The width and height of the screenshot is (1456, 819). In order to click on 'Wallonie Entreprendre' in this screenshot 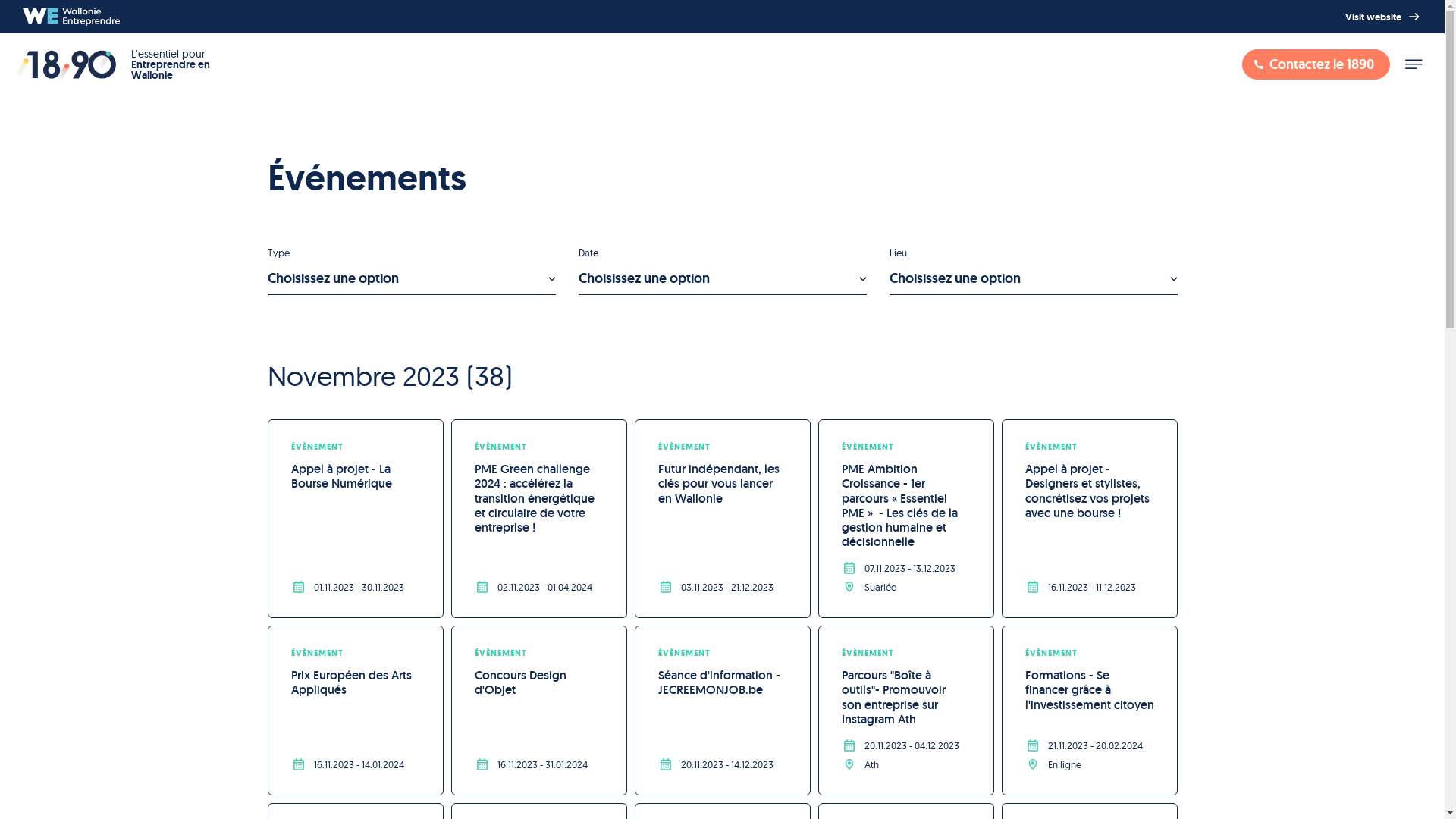, I will do `click(71, 17)`.